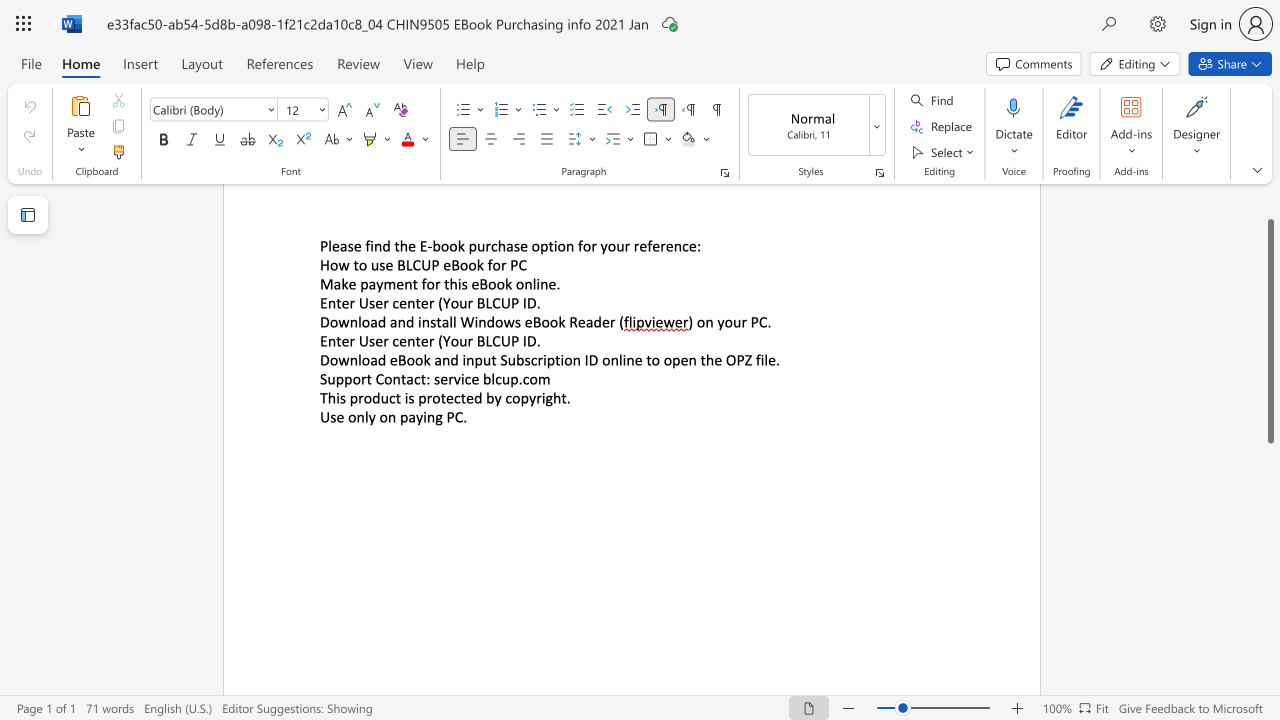 The height and width of the screenshot is (720, 1280). I want to click on the scrollbar and move up 50 pixels, so click(1269, 330).